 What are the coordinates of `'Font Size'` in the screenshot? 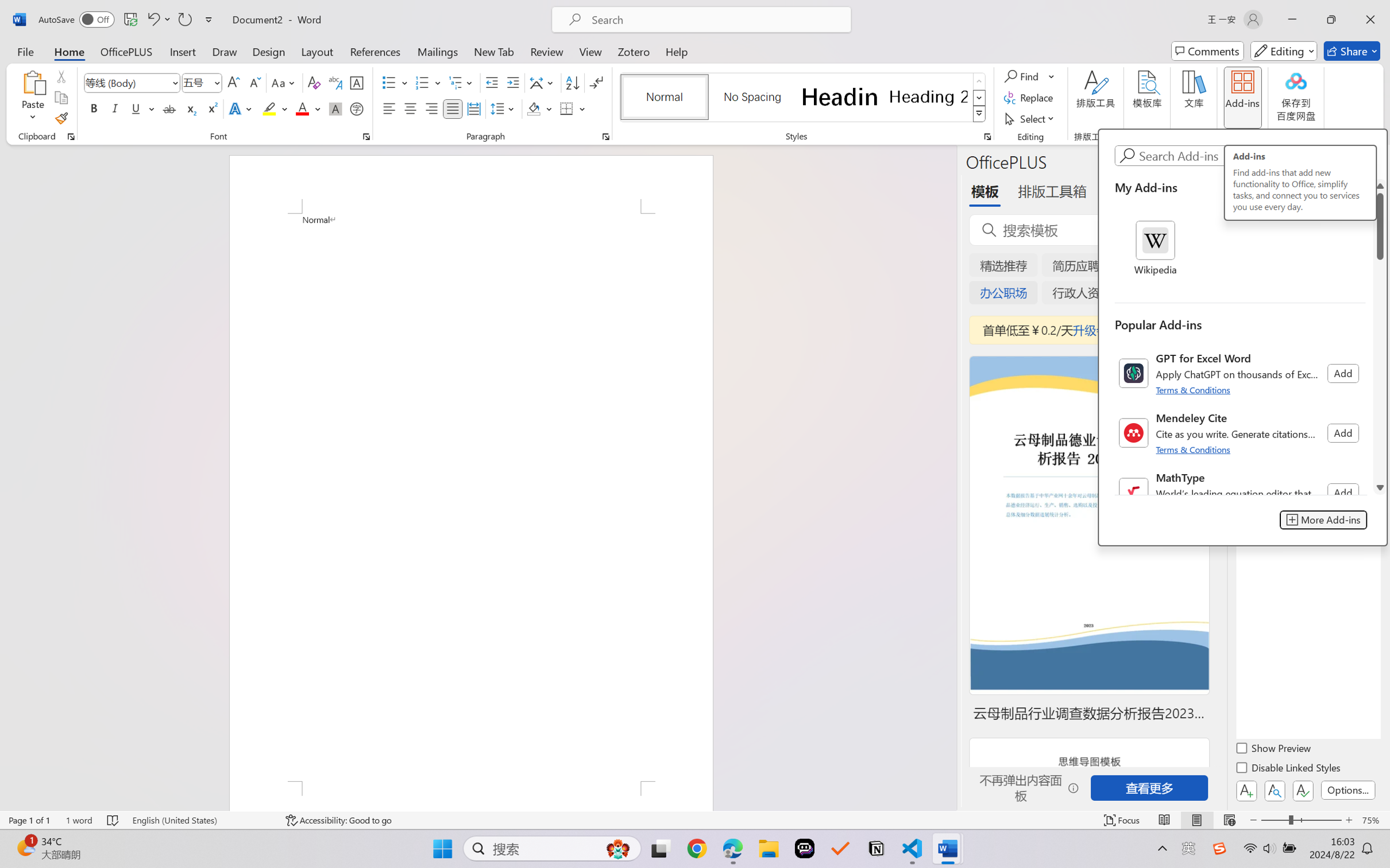 It's located at (202, 83).